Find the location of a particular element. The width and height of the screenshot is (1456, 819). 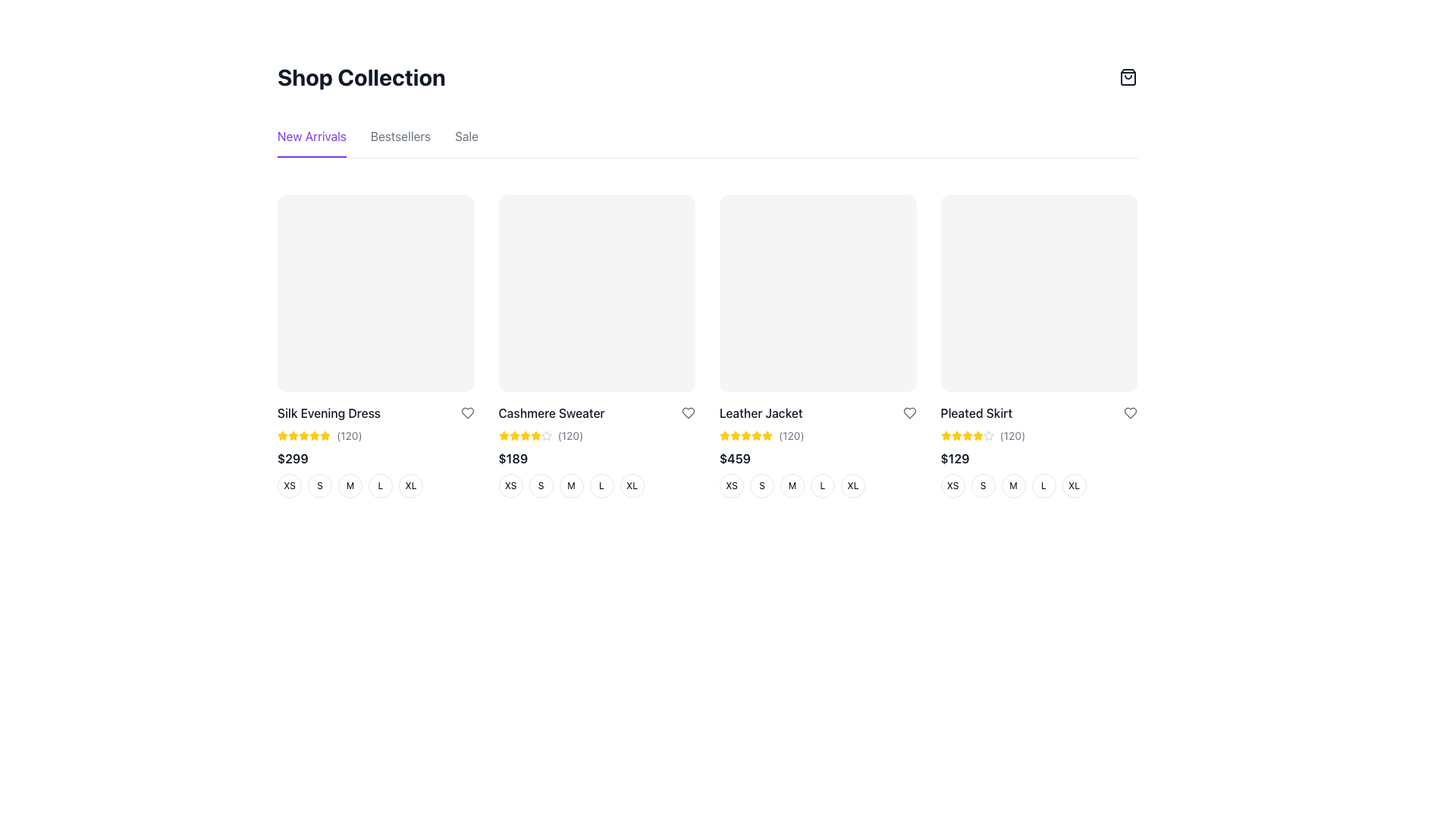

text label displaying the number '(120)' in a small gray font style, which indicates the rating count for the 'Leather Jacket' product, located below the product name and above the price is located at coordinates (790, 435).